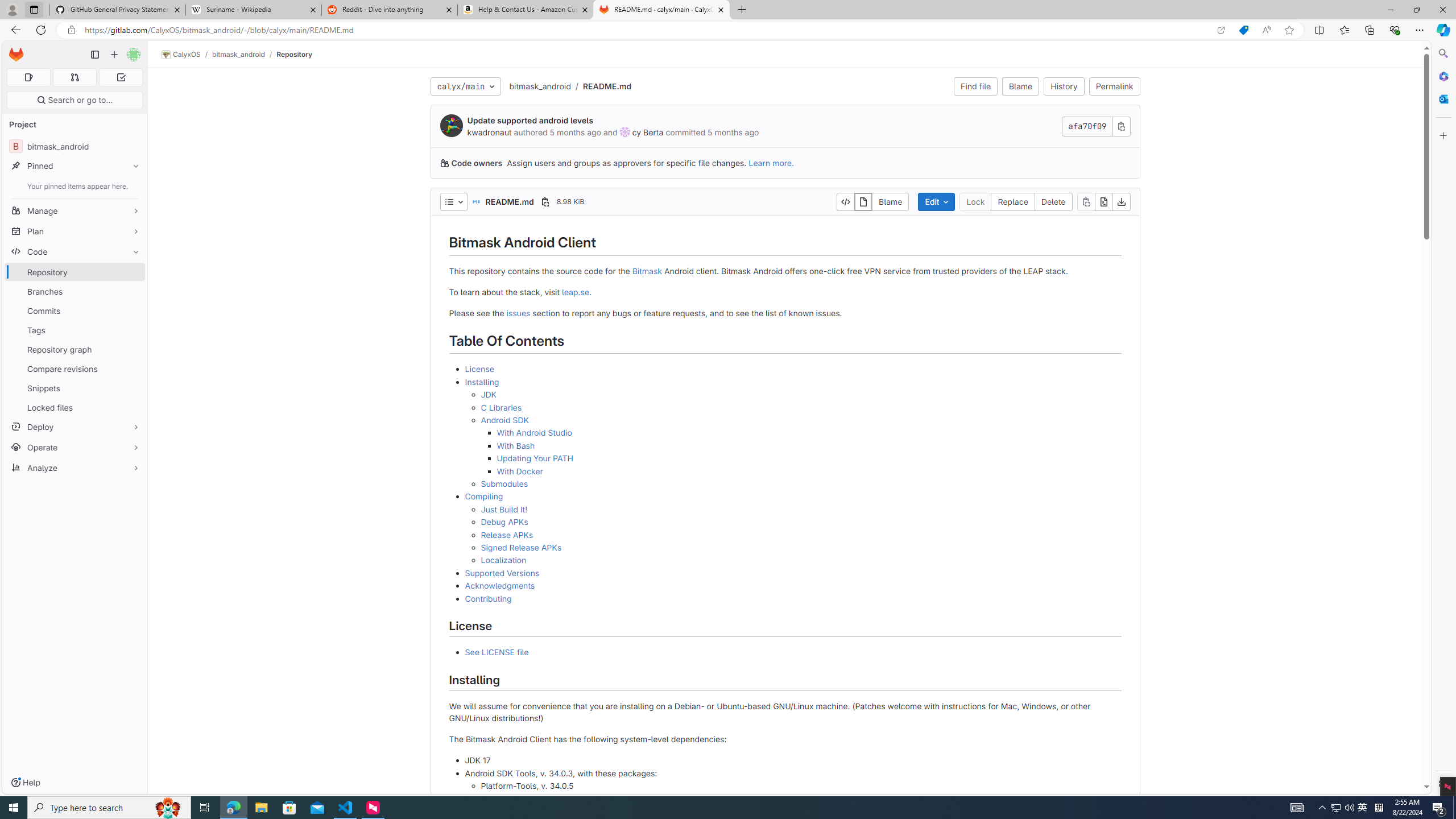 This screenshot has width=1456, height=819. What do you see at coordinates (533, 433) in the screenshot?
I see `'With Android Studio'` at bounding box center [533, 433].